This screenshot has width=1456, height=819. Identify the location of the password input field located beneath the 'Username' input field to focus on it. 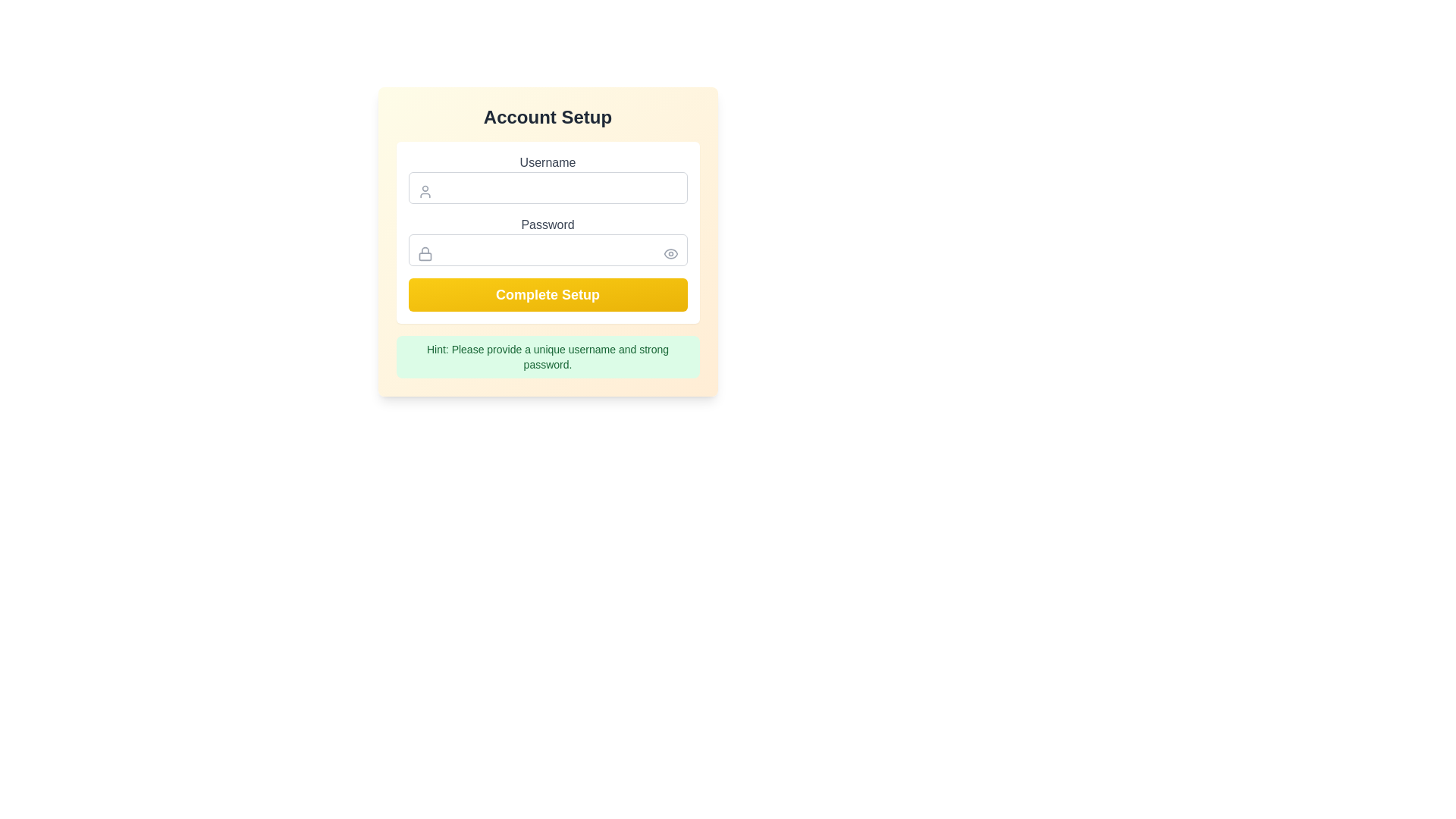
(547, 240).